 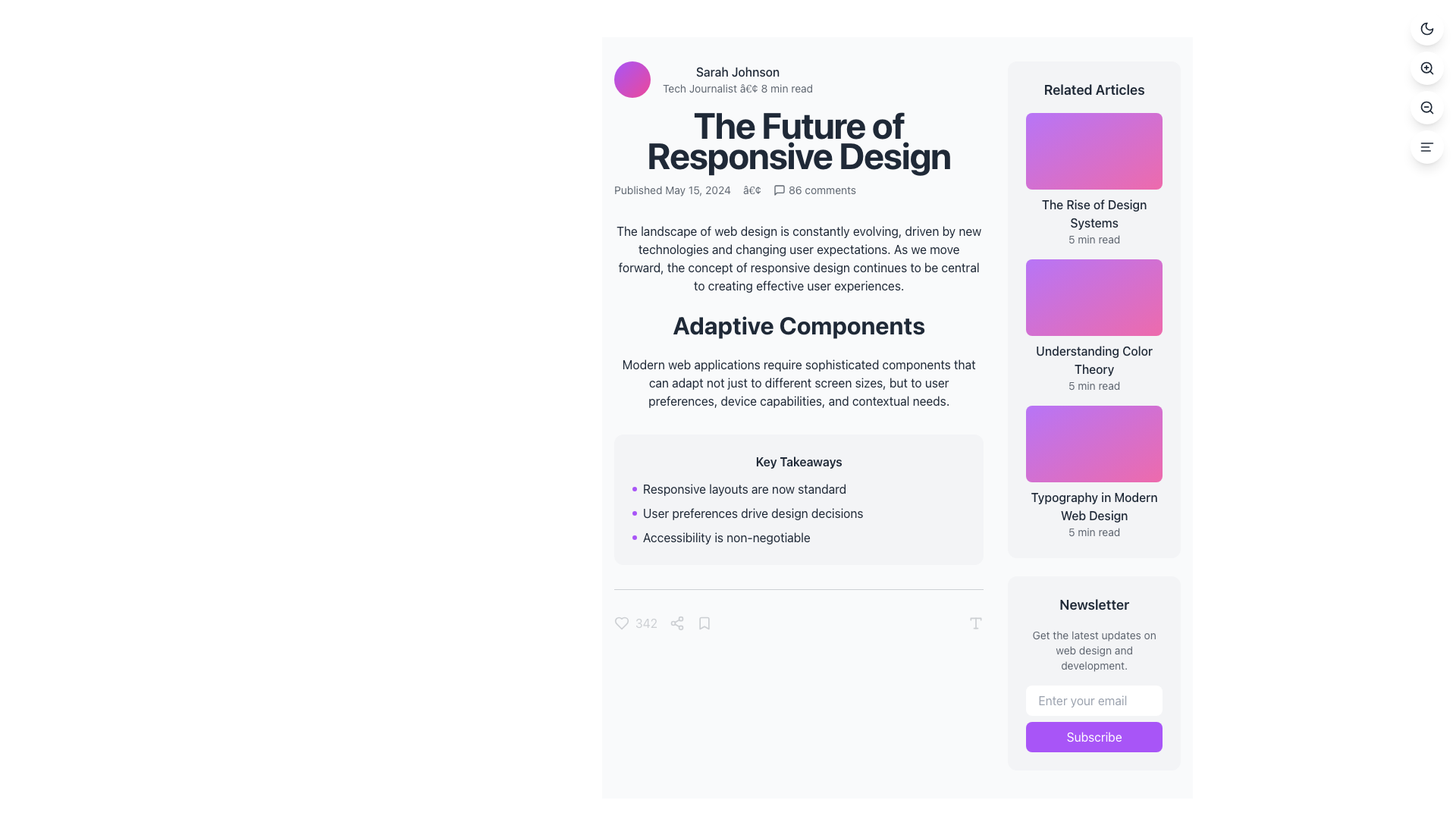 What do you see at coordinates (676, 623) in the screenshot?
I see `the icon-based button represented by a connected dots symbol for sharing, which is the second button from the left in a horizontal group at the bottom of an article, to potentially see a tooltip or UI feedback` at bounding box center [676, 623].